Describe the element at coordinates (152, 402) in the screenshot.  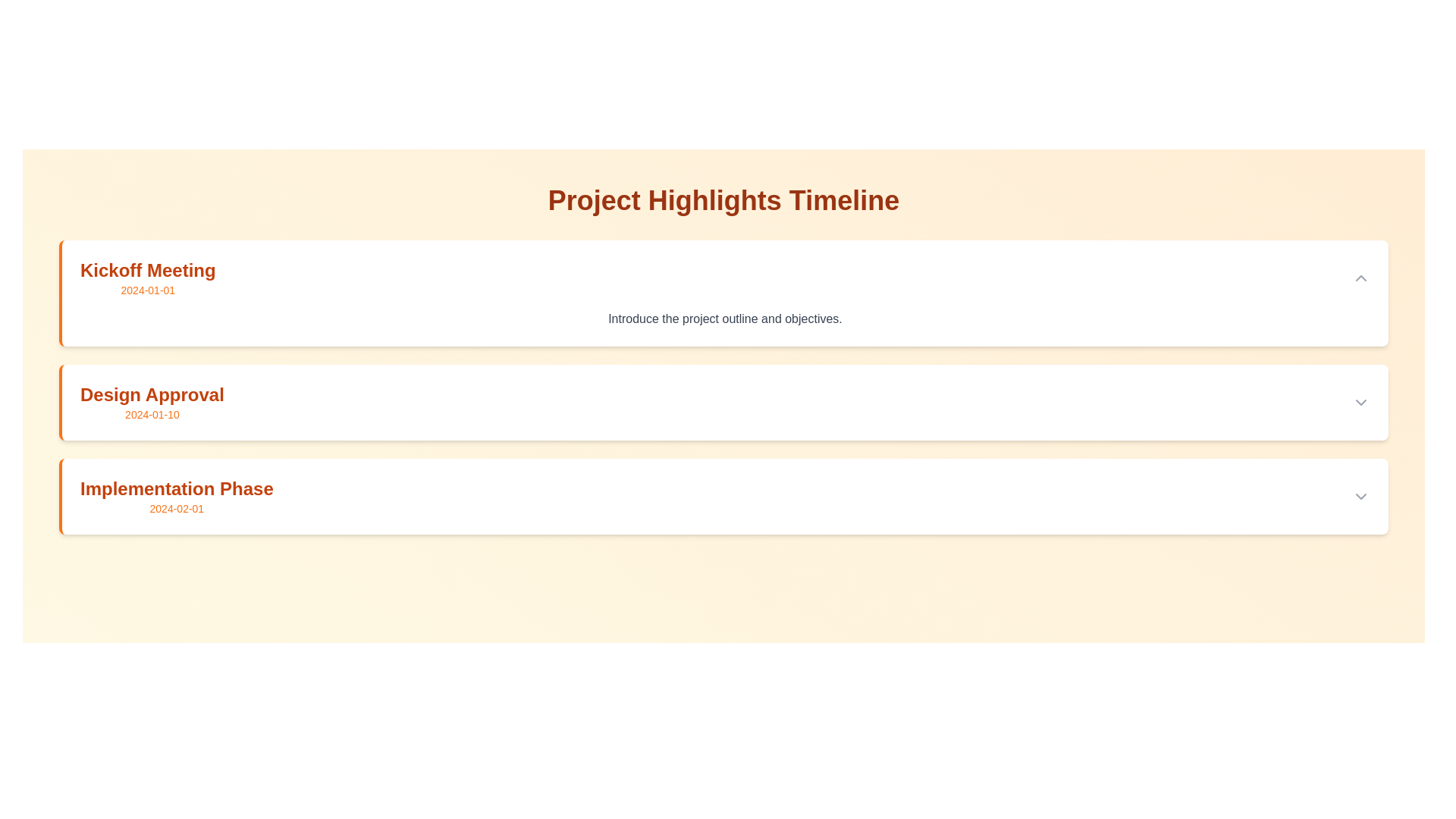
I see `the Text Label element displaying 'Design Approval' and '2024-01-10', which is the second item under the 'Project Highlights Timeline' header` at that location.